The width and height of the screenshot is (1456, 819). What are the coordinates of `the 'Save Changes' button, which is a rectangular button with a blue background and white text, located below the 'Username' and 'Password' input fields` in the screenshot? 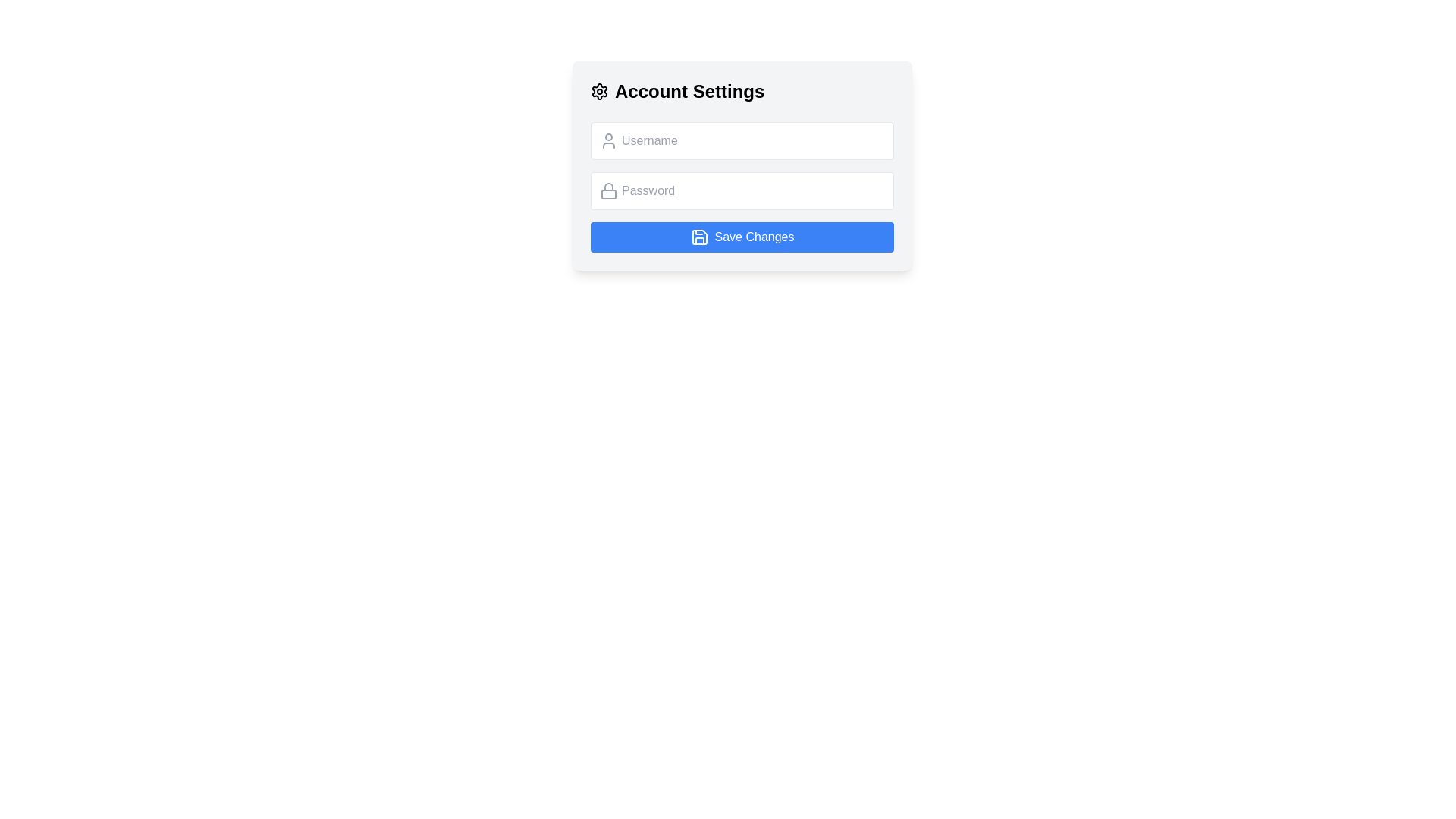 It's located at (742, 237).